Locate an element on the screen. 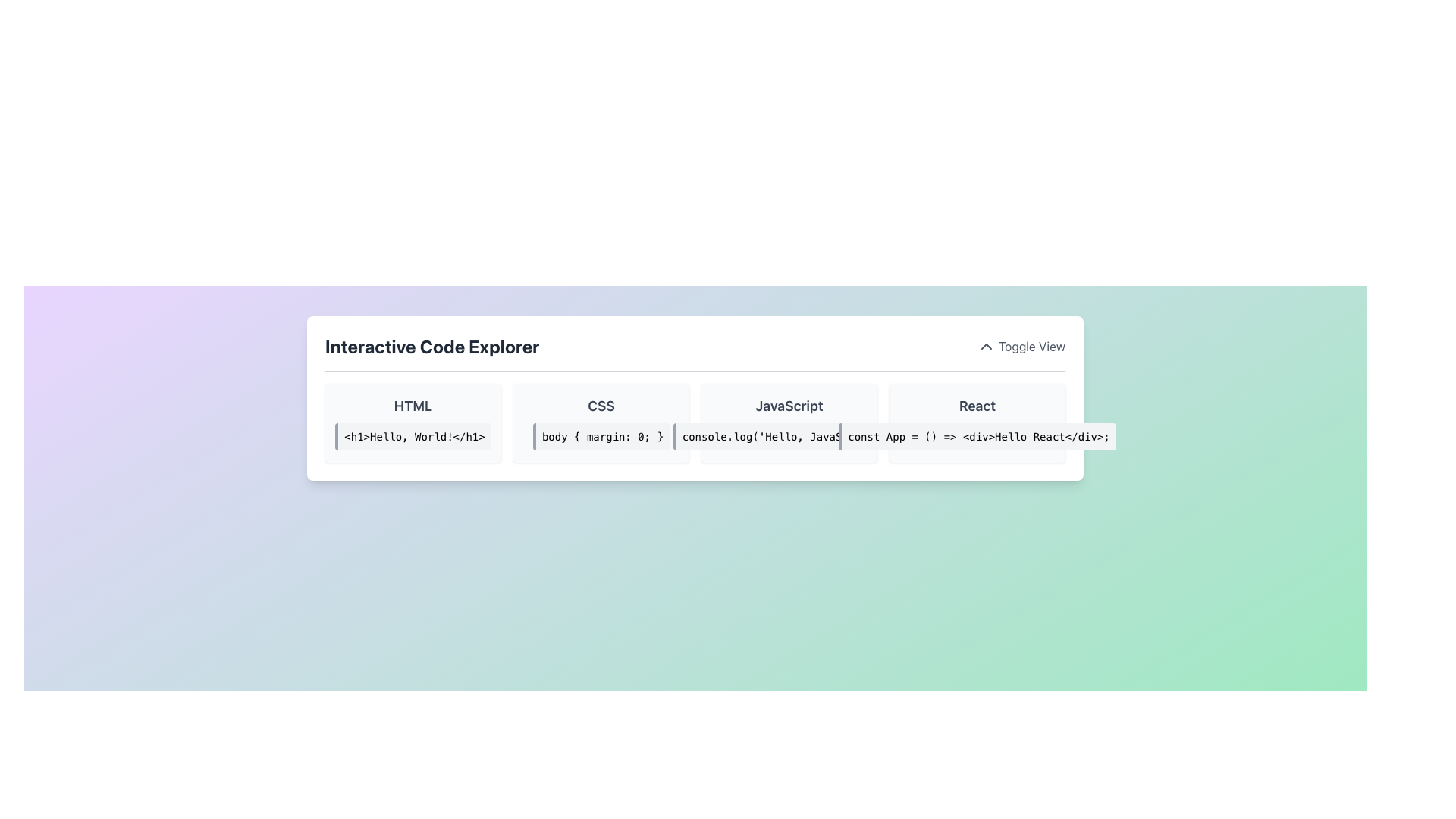 The height and width of the screenshot is (819, 1456). the HTML header element labeled '<h1>Hello, World!</h1>' which is styled prominently and positioned within a specific column of the layout is located at coordinates (415, 436).